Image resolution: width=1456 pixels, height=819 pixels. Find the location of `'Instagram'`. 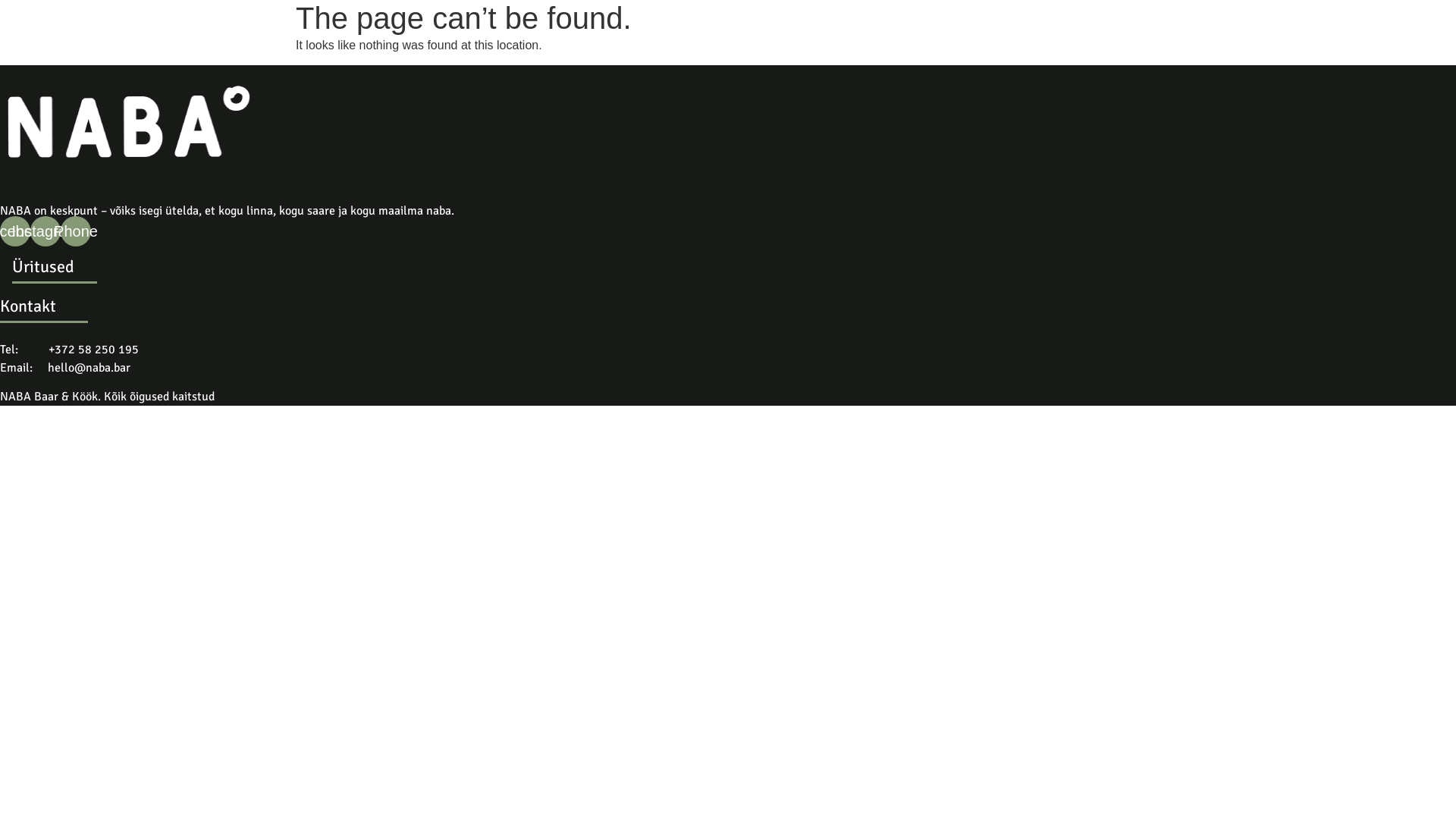

'Instagram' is located at coordinates (30, 231).